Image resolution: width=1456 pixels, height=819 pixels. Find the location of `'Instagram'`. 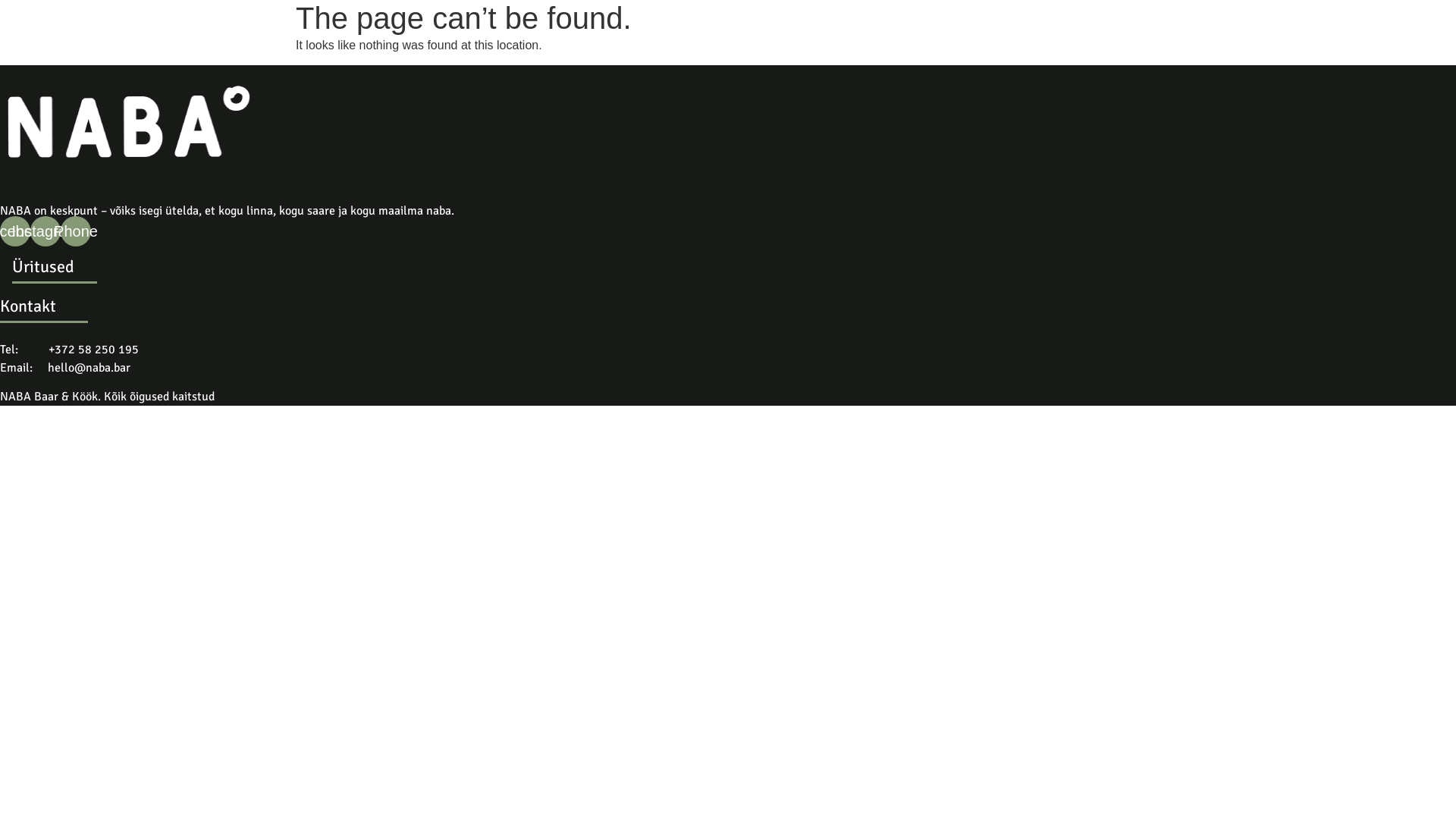

'Instagram' is located at coordinates (30, 231).